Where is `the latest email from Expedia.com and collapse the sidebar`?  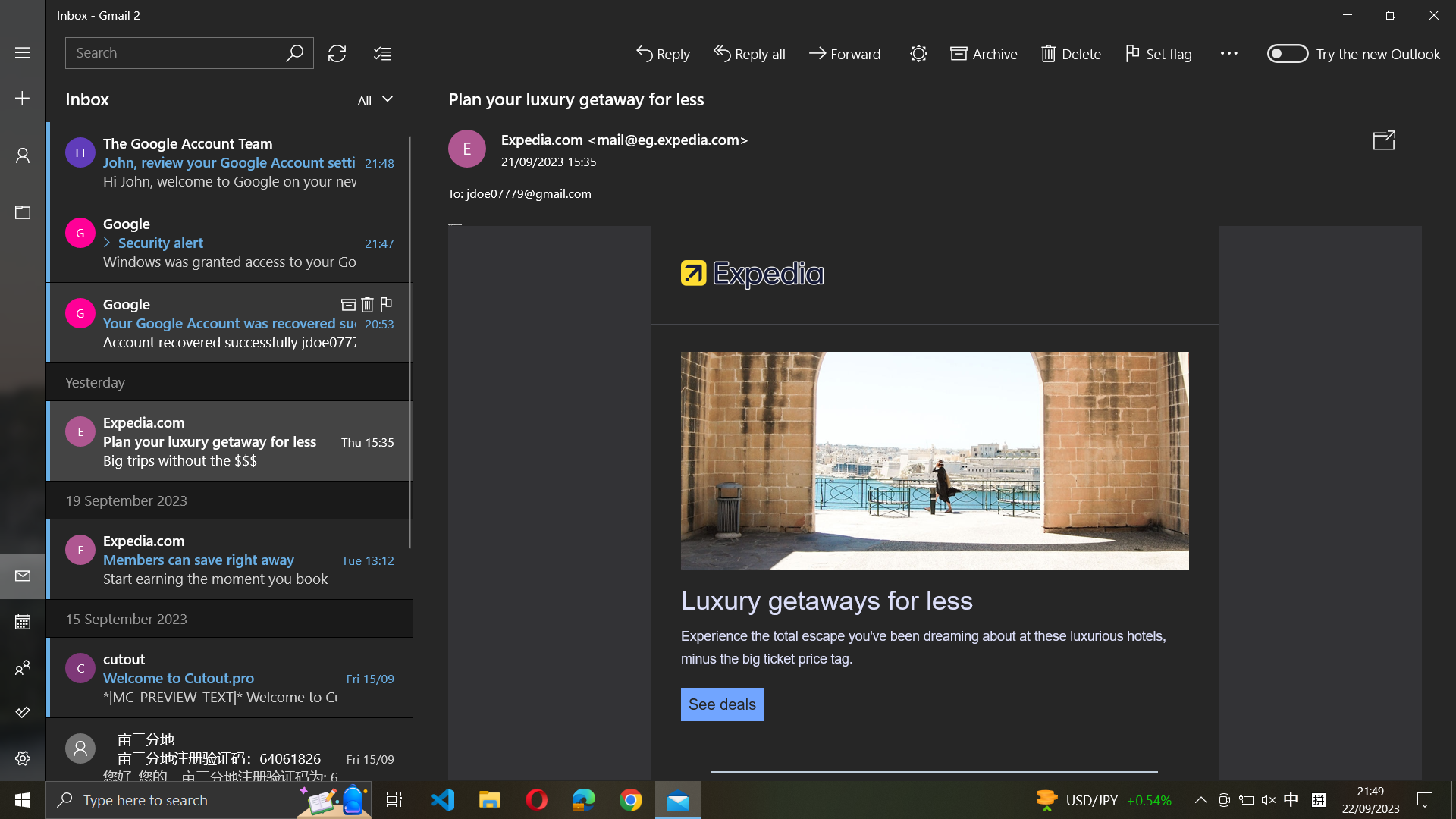
the latest email from Expedia.com and collapse the sidebar is located at coordinates (227, 439).